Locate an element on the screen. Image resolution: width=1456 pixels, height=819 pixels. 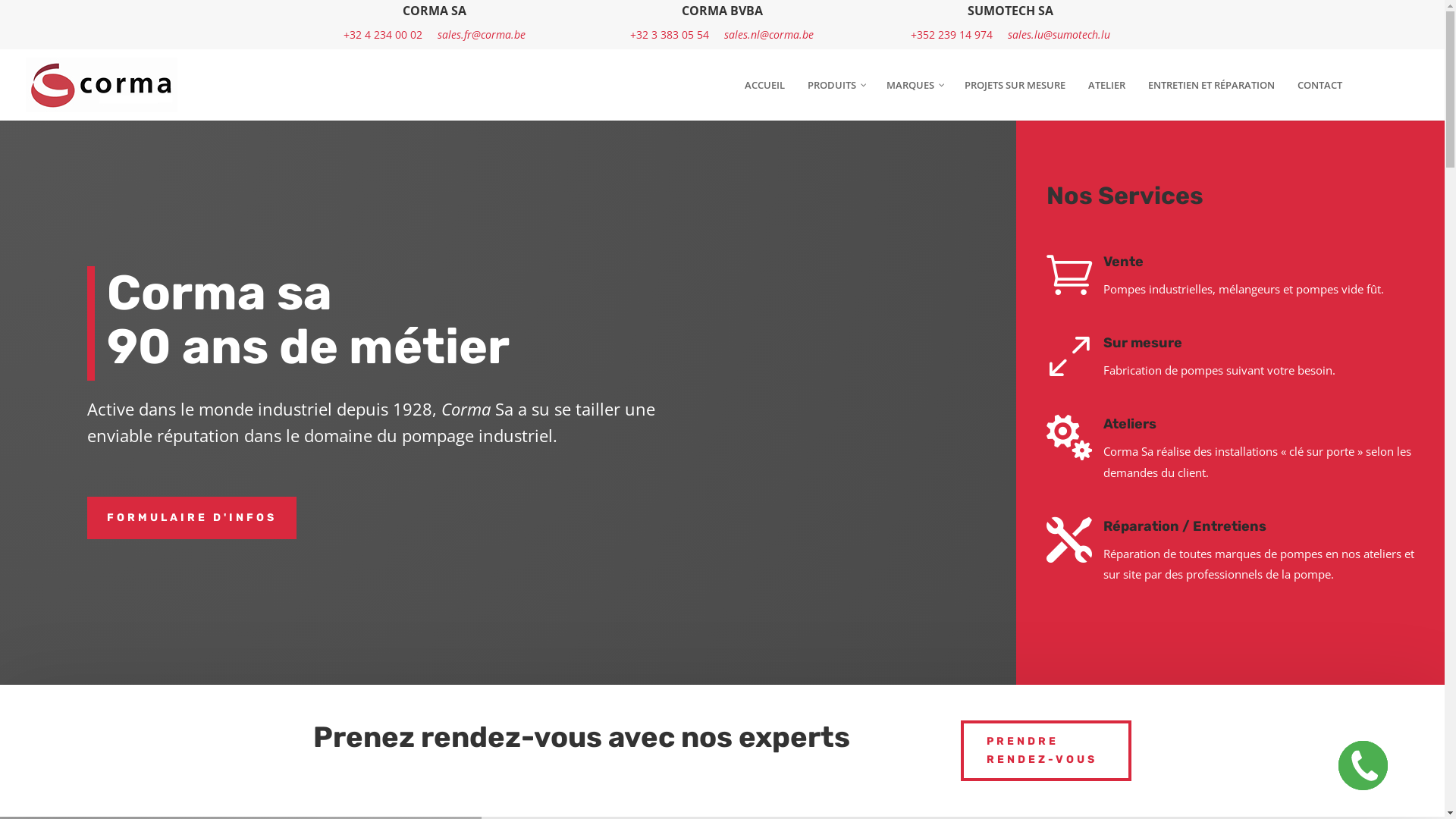
'PROJETS SUR MESURE' is located at coordinates (1015, 97).